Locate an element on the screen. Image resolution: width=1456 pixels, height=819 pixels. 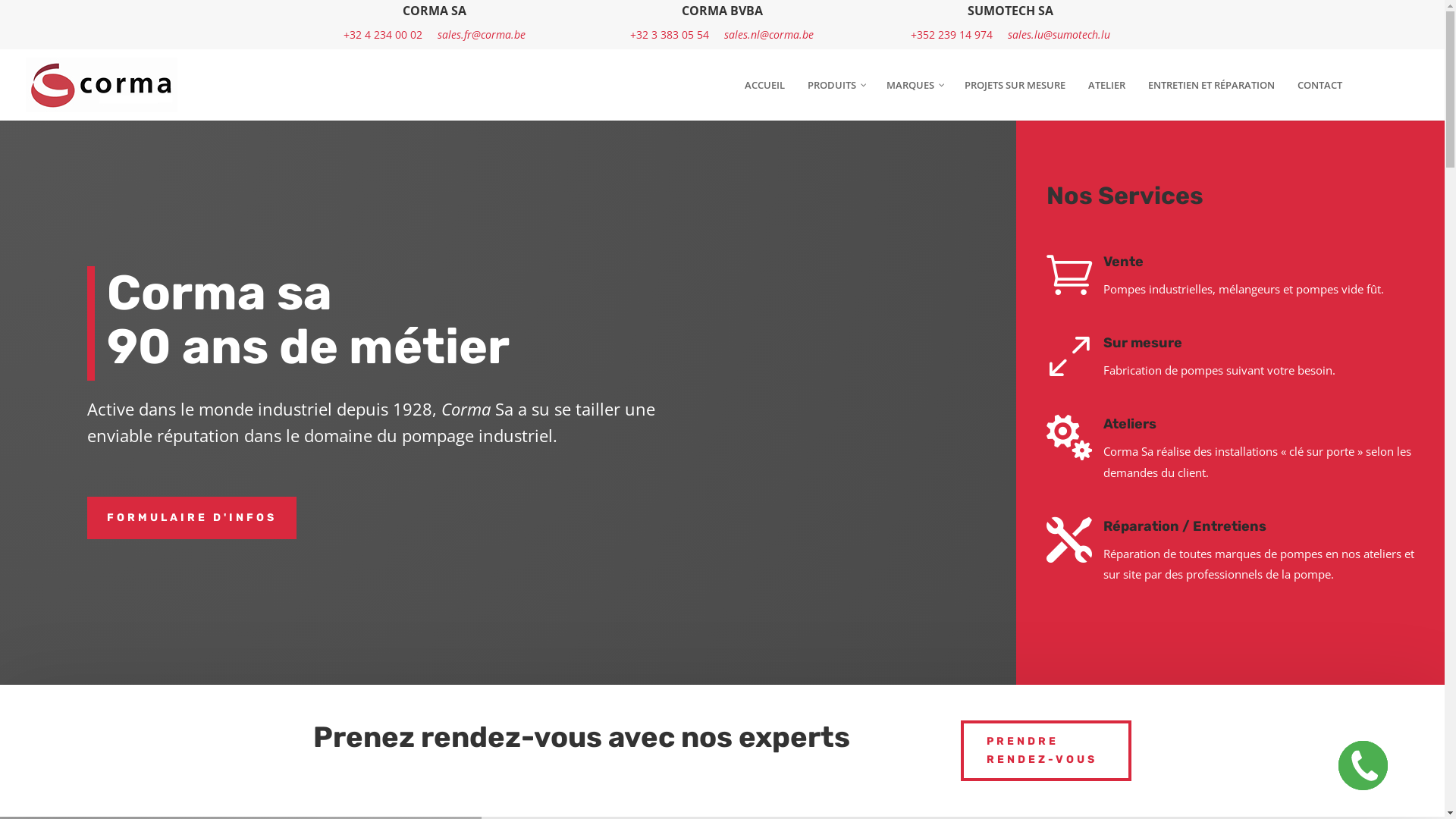
'PROJETS SUR MESURE' is located at coordinates (1015, 97).